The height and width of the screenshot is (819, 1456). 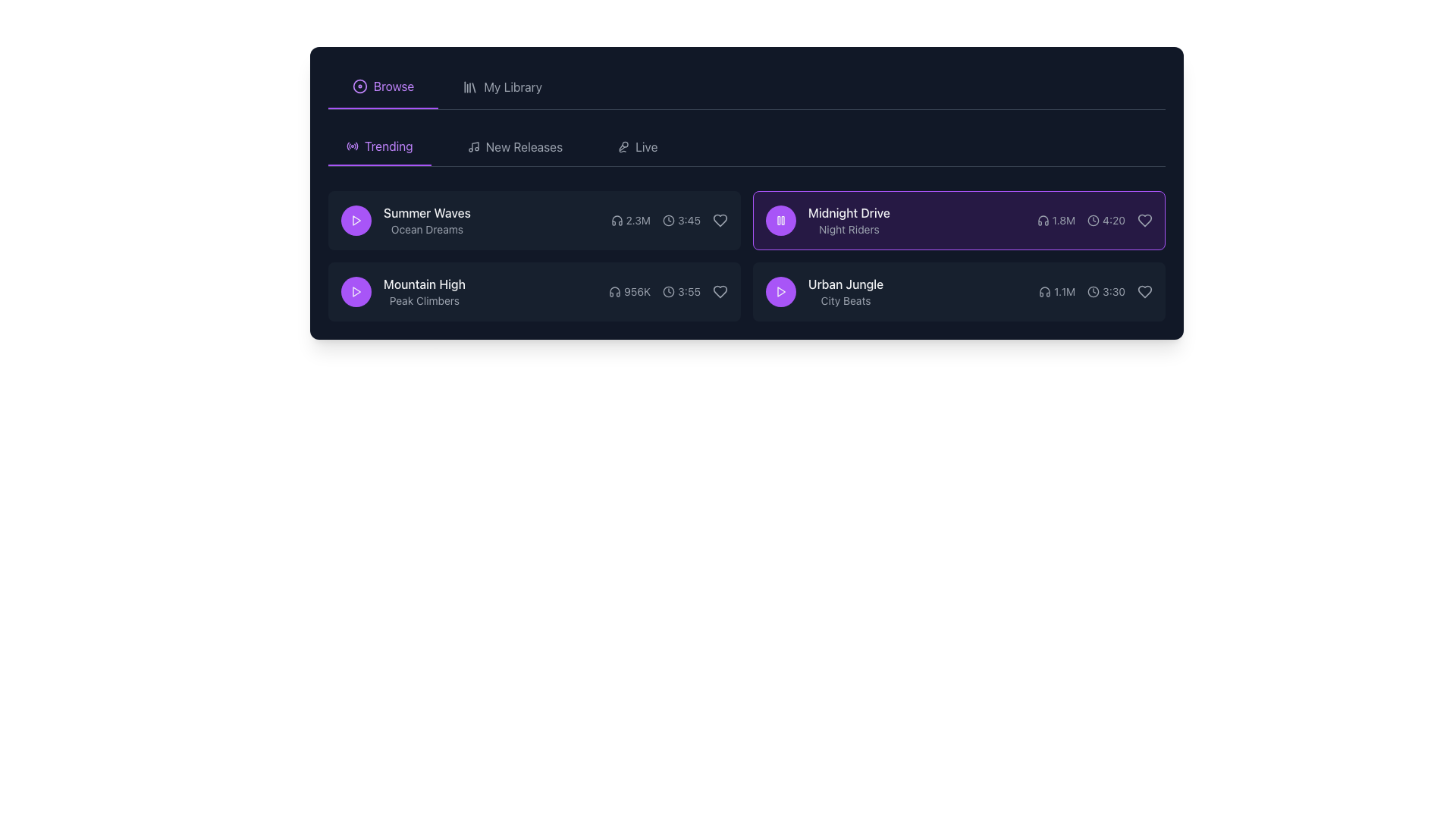 What do you see at coordinates (668, 220) in the screenshot?
I see `the circular icon representing a clock face located to the left of the song 'Midnight Drive' and its duration` at bounding box center [668, 220].